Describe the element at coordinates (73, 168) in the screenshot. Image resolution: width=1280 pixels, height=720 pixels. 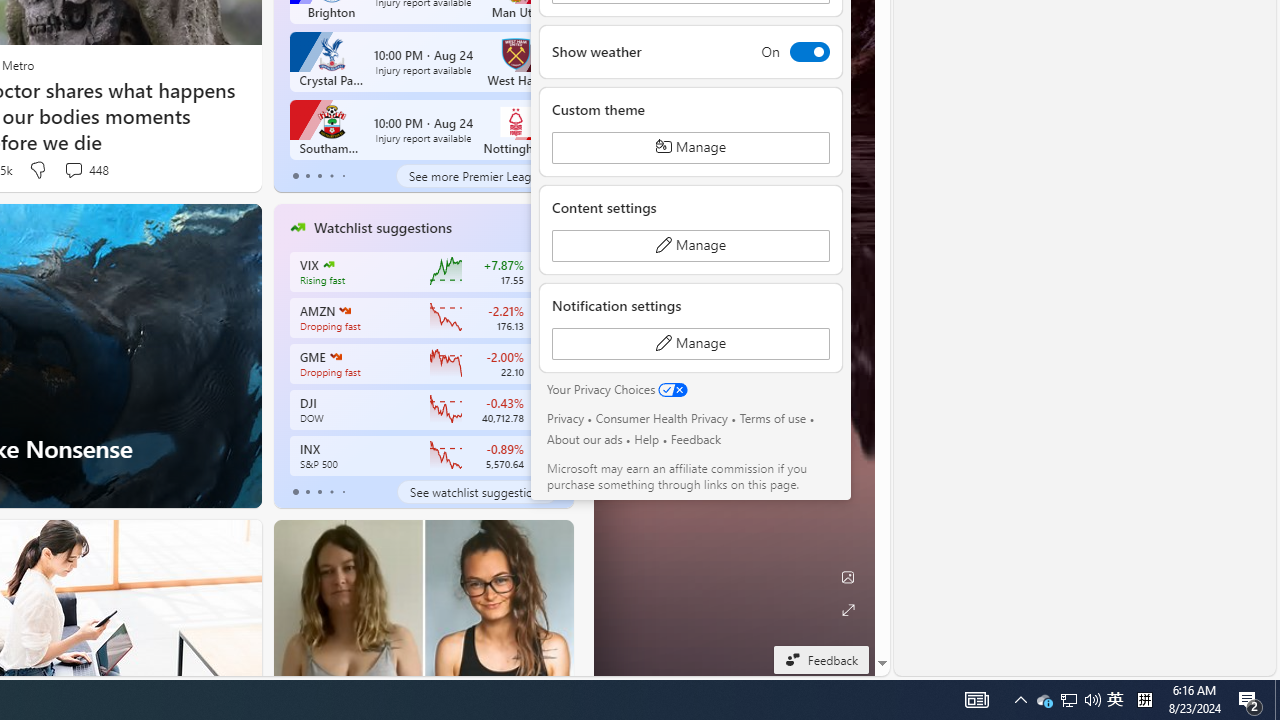
I see `'View comments 448 Comment'` at that location.